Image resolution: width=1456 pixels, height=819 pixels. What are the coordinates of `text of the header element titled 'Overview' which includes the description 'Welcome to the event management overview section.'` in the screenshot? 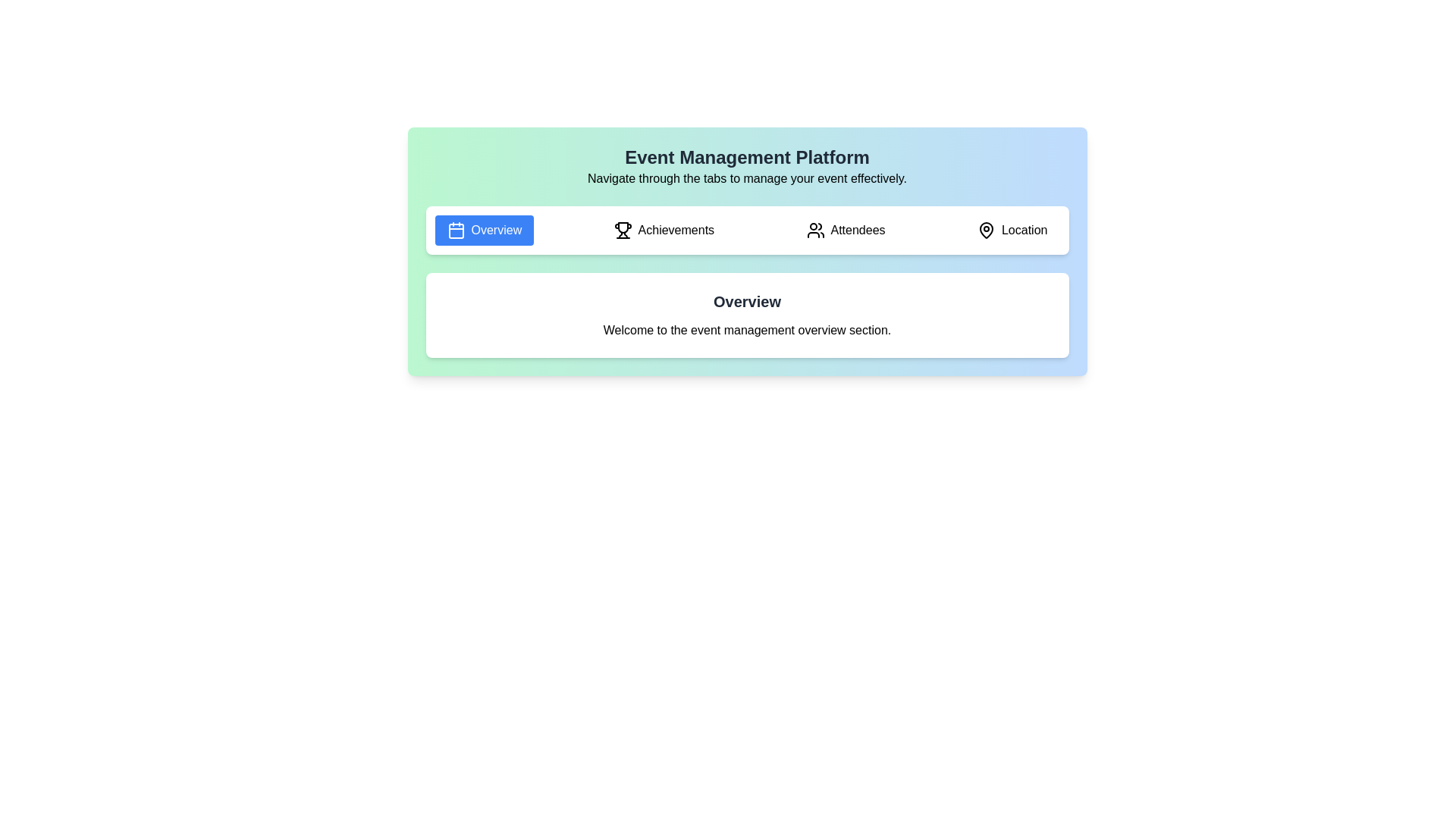 It's located at (747, 315).